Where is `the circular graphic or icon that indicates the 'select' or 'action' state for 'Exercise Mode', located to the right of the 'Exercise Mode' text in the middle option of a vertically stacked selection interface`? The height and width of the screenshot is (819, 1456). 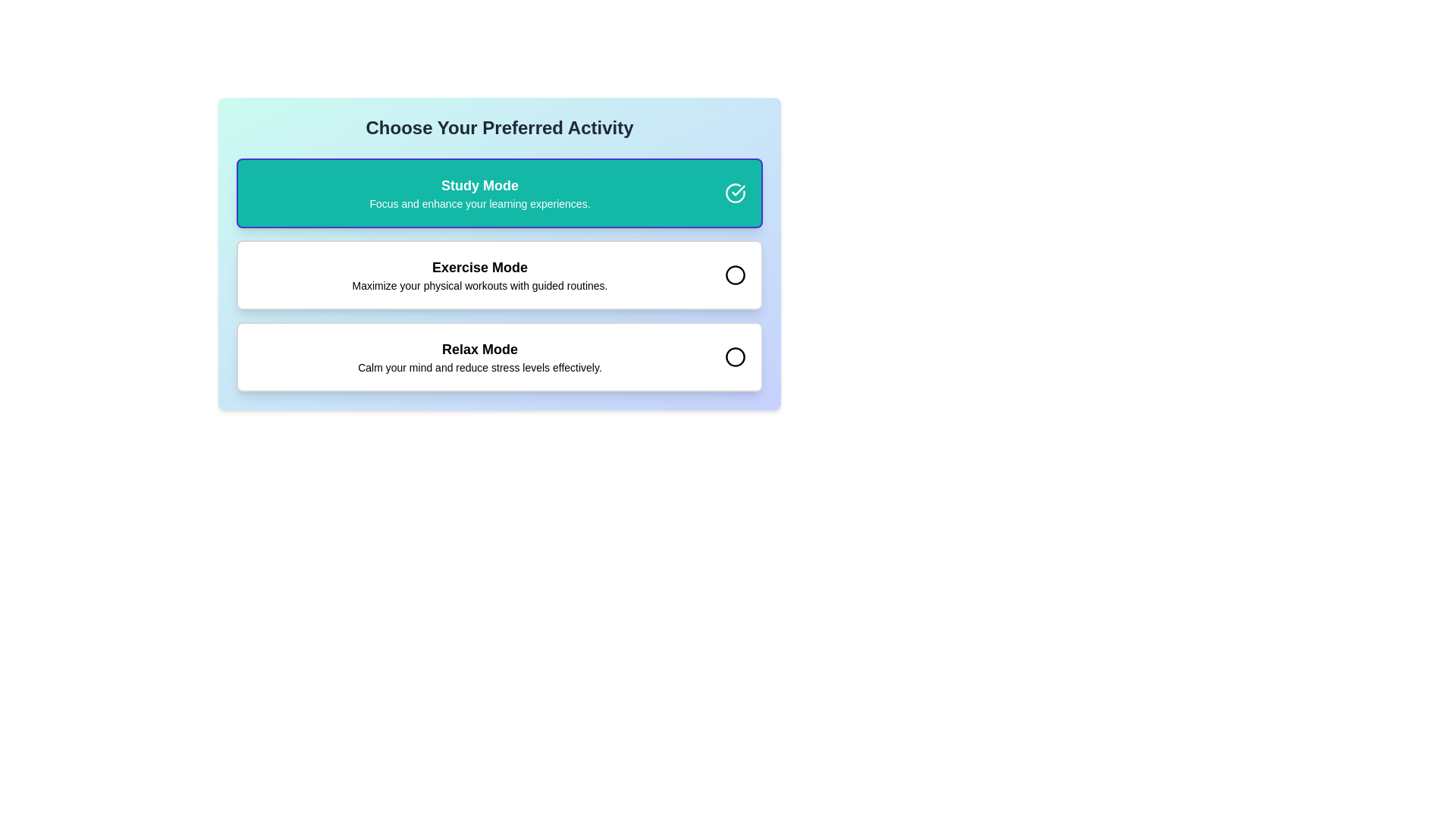
the circular graphic or icon that indicates the 'select' or 'action' state for 'Exercise Mode', located to the right of the 'Exercise Mode' text in the middle option of a vertically stacked selection interface is located at coordinates (735, 275).